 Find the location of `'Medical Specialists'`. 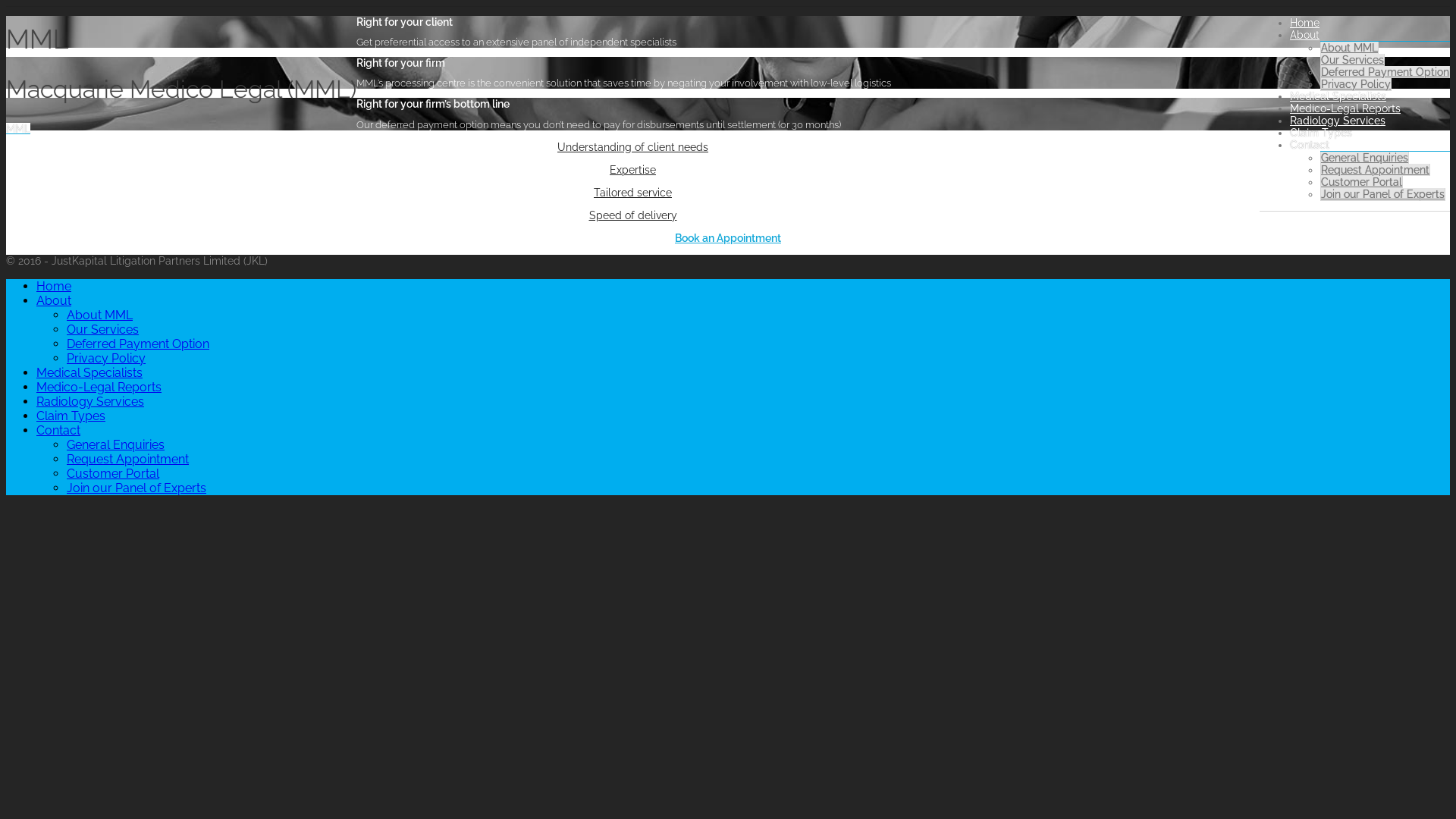

'Medical Specialists' is located at coordinates (89, 372).